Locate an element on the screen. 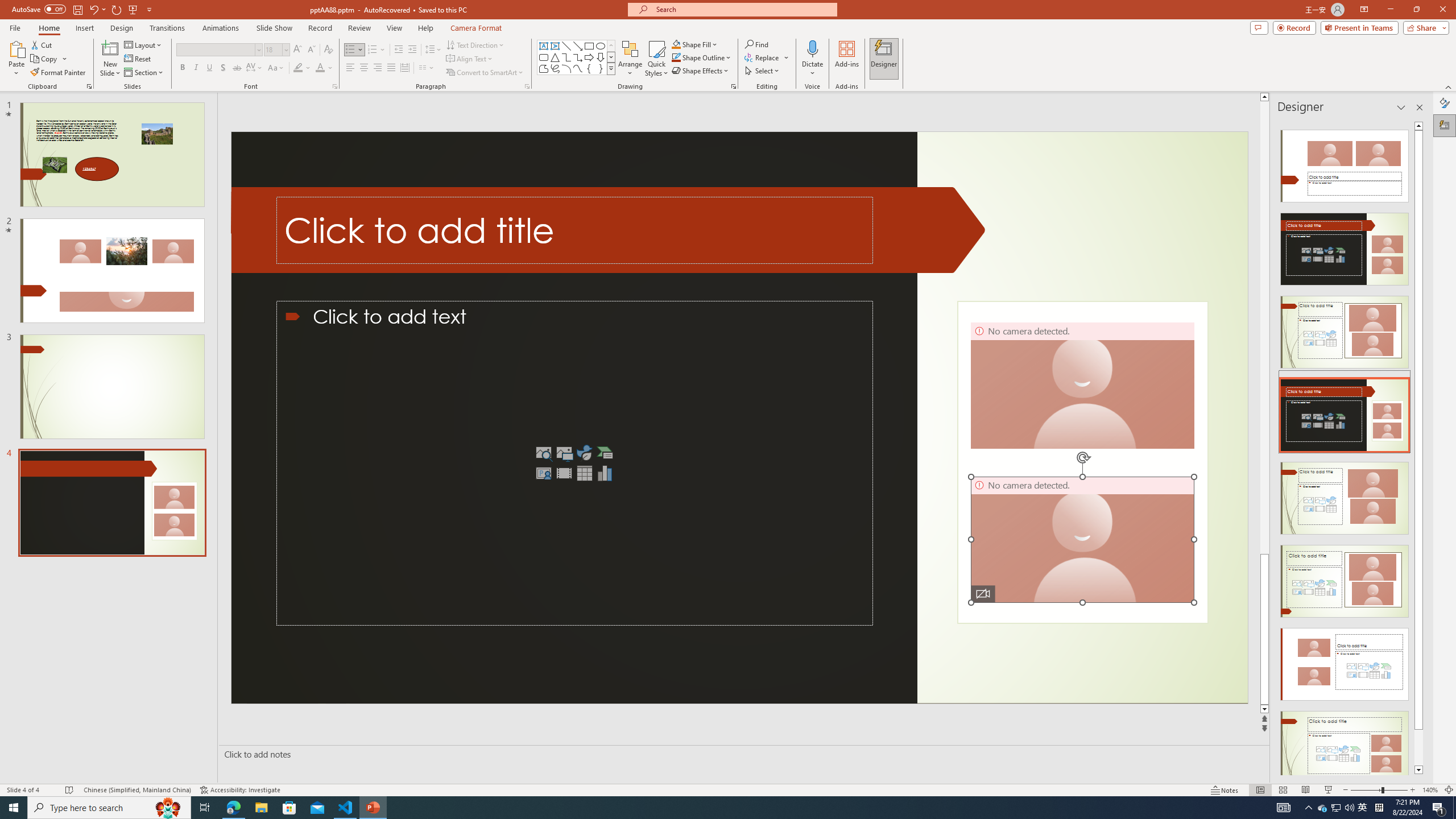  'Arrange' is located at coordinates (630, 59).